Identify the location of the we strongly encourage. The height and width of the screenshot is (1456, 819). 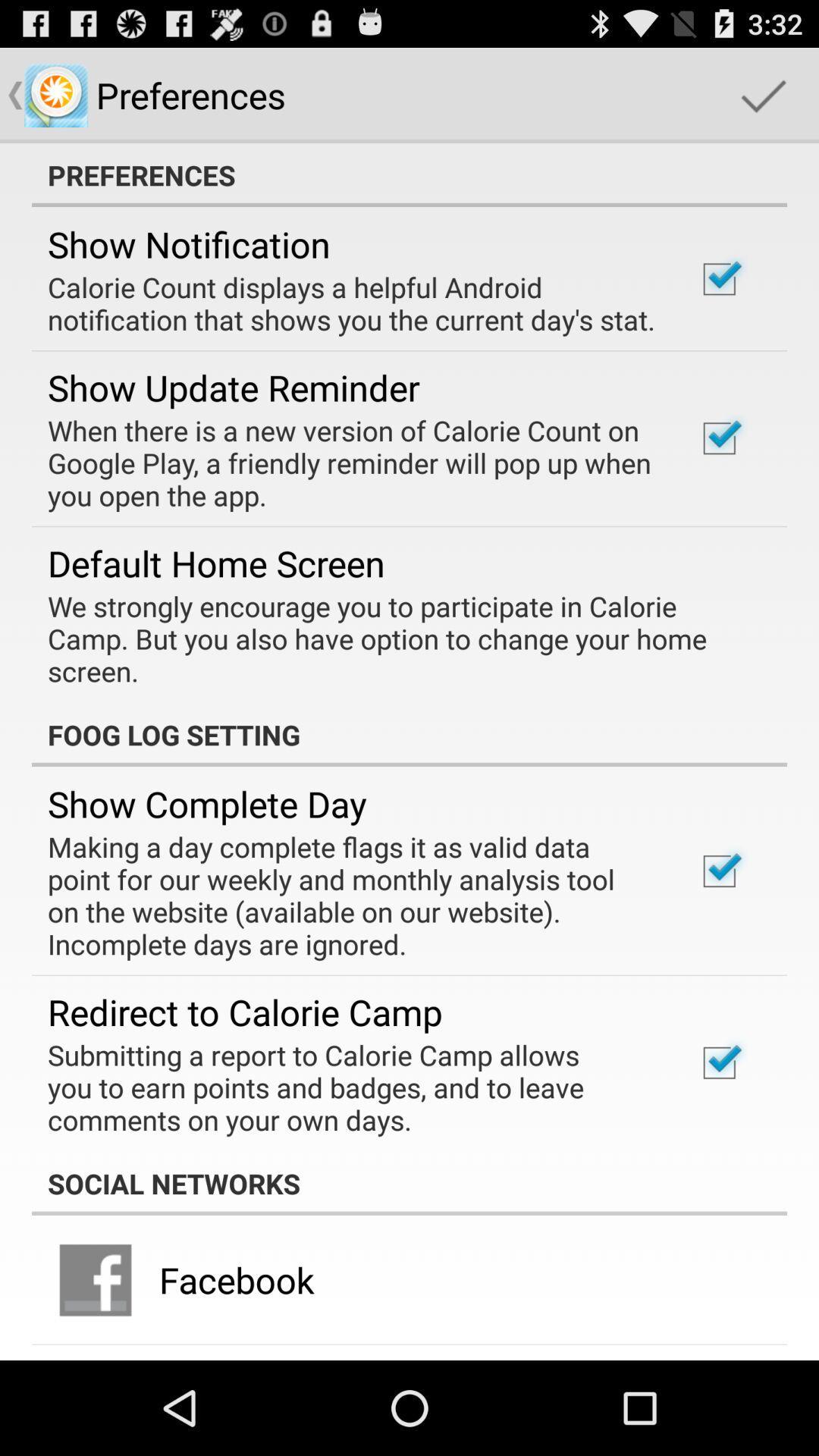
(398, 639).